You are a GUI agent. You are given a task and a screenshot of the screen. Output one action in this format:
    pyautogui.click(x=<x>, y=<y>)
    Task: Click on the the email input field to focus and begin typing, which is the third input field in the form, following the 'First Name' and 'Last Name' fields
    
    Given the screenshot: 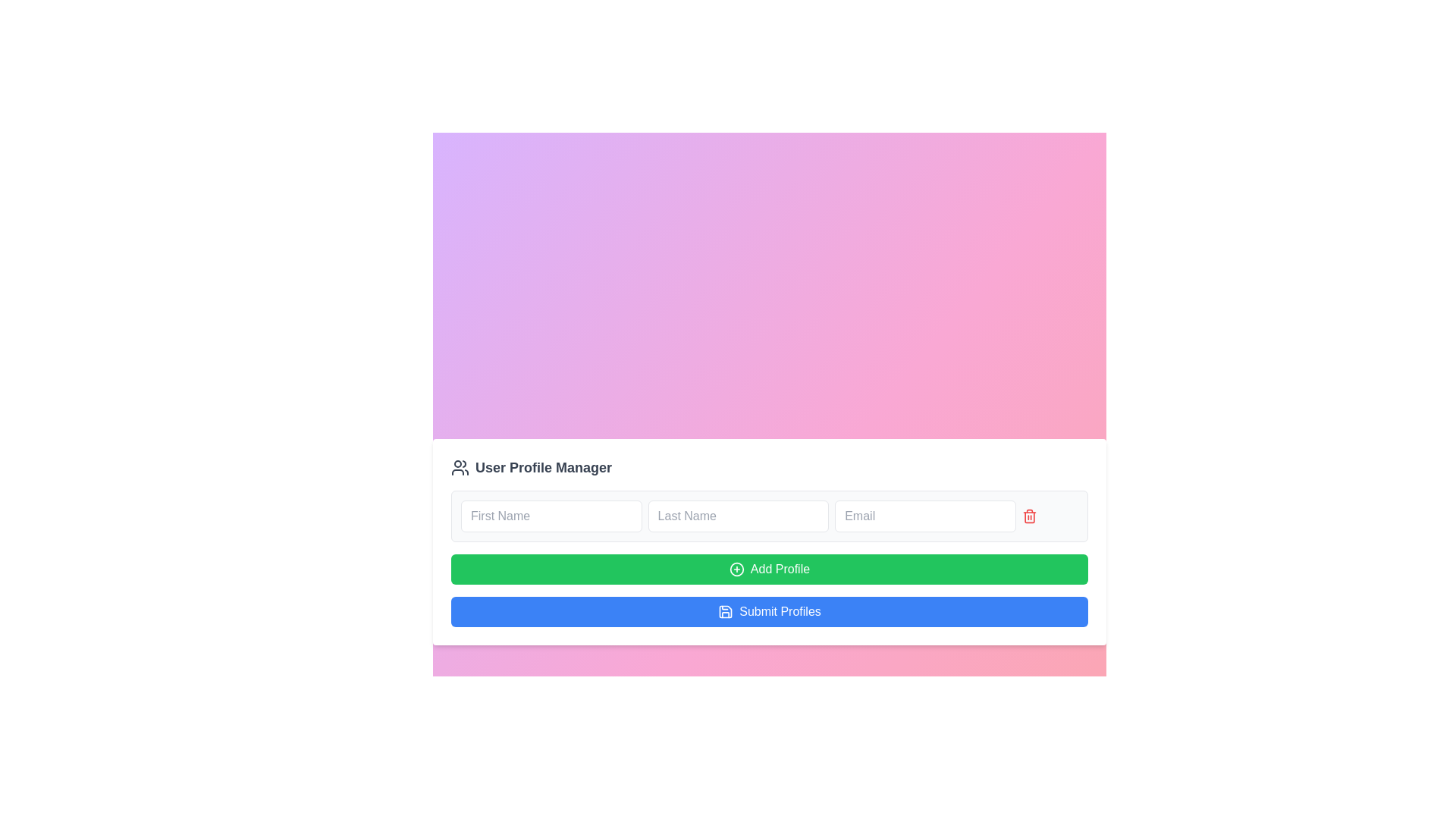 What is the action you would take?
    pyautogui.click(x=924, y=516)
    